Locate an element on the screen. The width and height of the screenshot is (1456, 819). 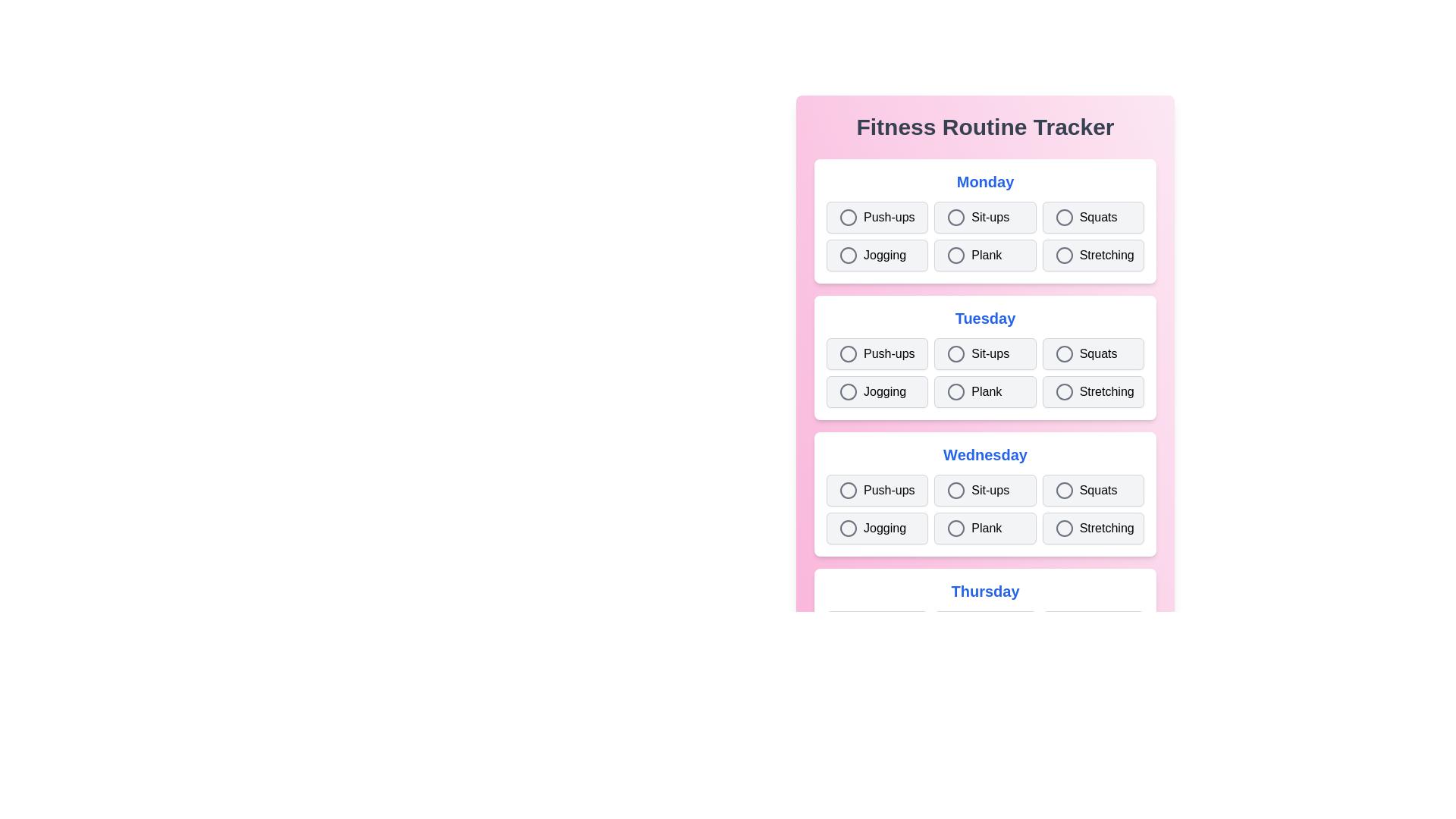
the exercise Push-ups for the day Monday is located at coordinates (877, 217).